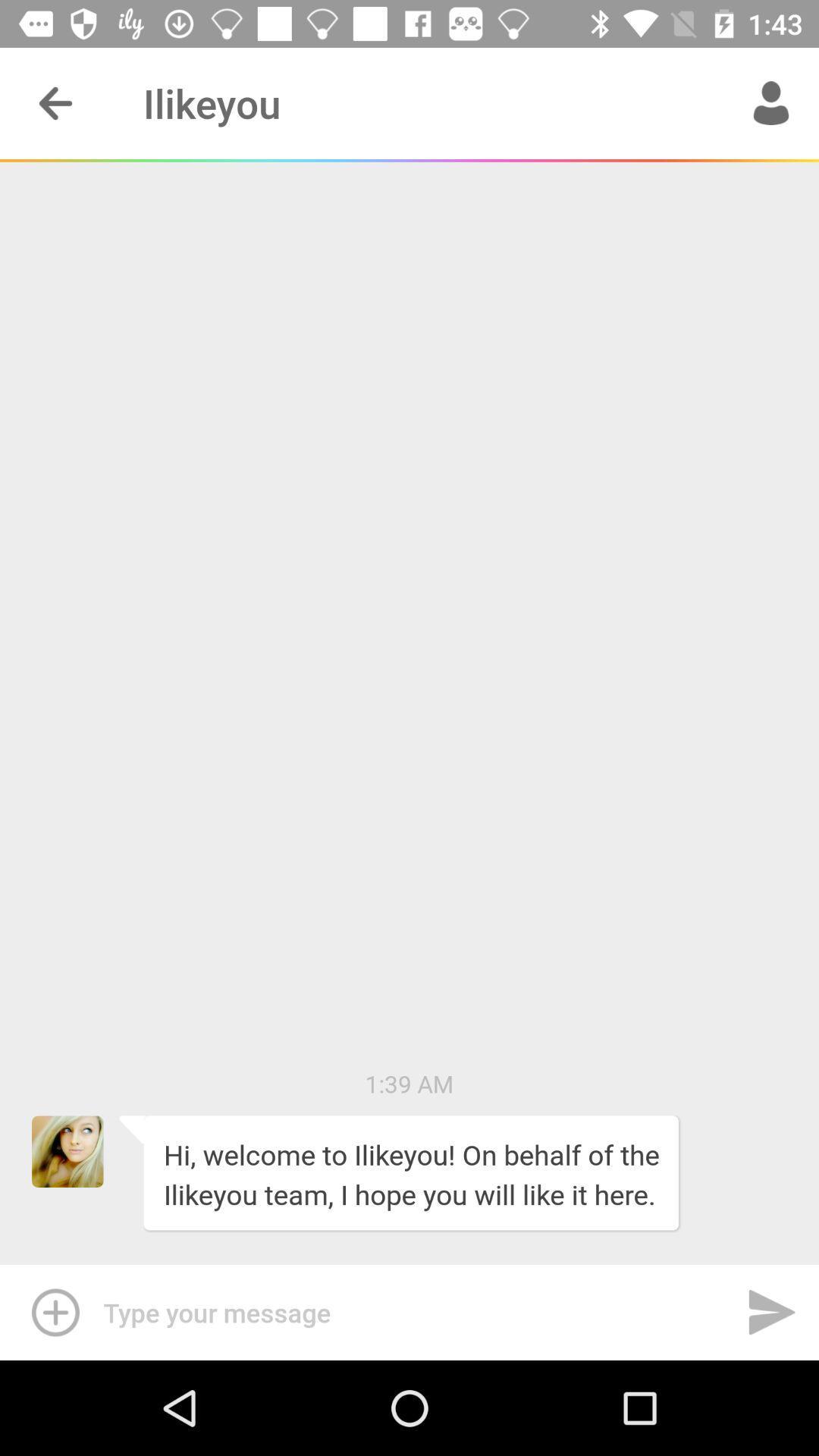 The height and width of the screenshot is (1456, 819). What do you see at coordinates (51, 1312) in the screenshot?
I see `the add icon` at bounding box center [51, 1312].